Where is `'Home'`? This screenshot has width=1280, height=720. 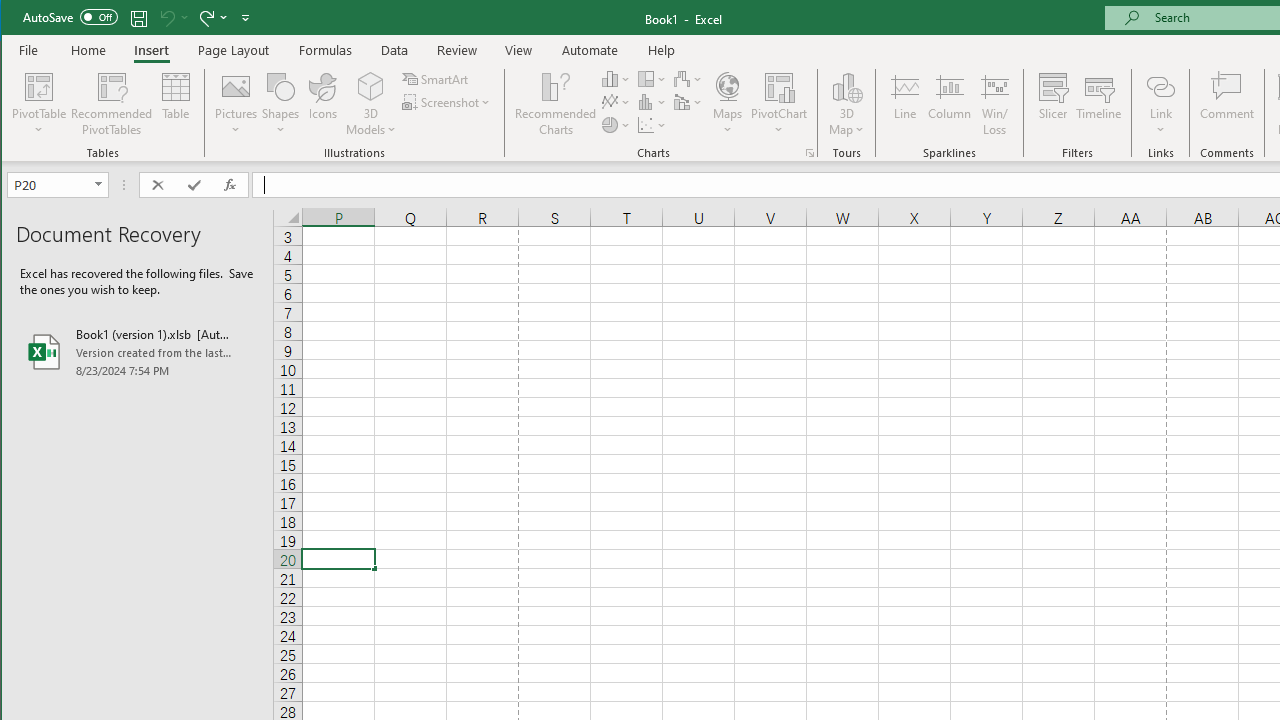
'Home' is located at coordinates (87, 49).